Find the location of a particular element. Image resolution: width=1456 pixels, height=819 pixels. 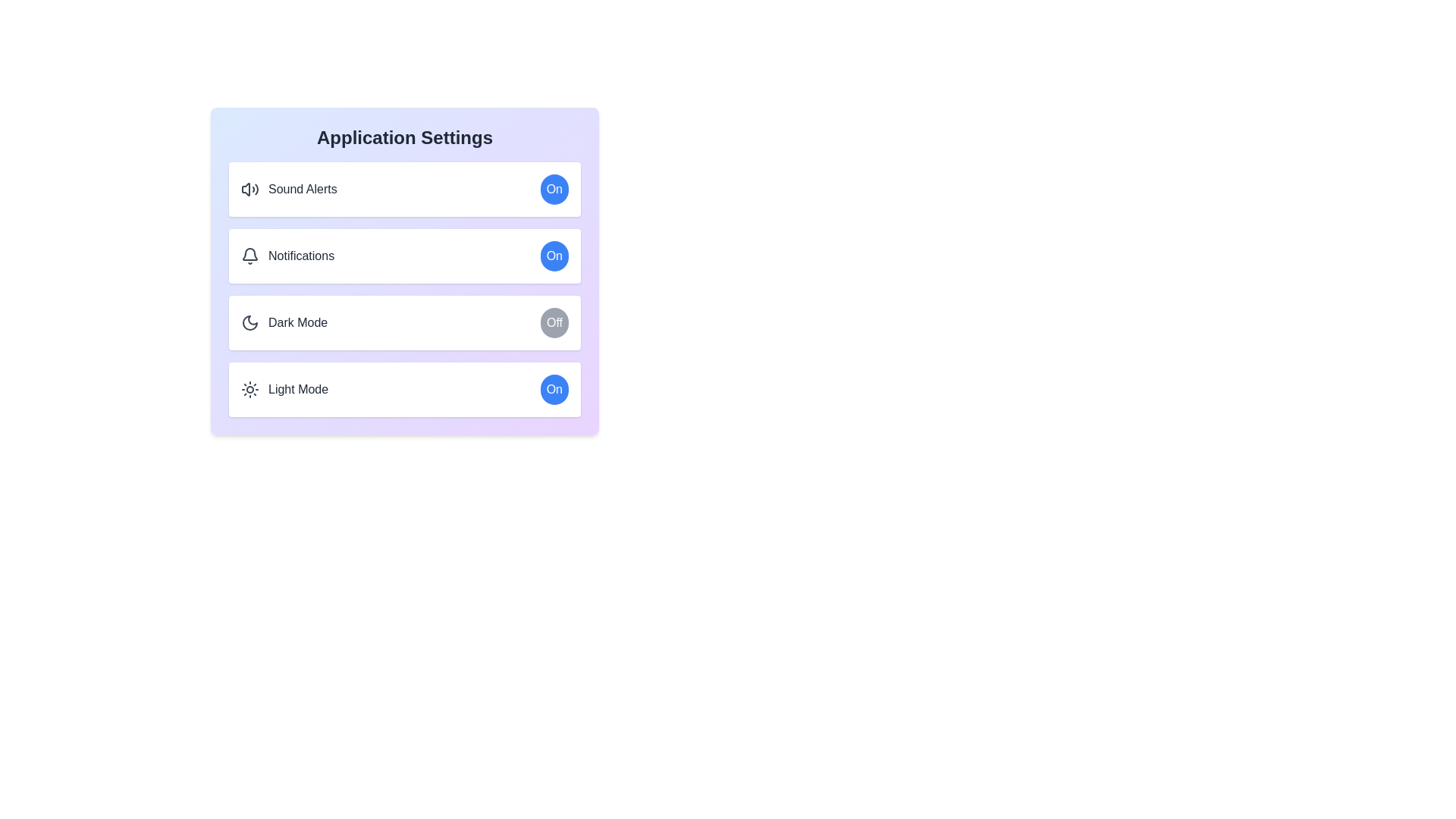

the circular toggle button with a blue background and white text reading 'On', located on the far right of the 'Sound Alerts' label in the settings list for keyboard-based actions is located at coordinates (554, 189).